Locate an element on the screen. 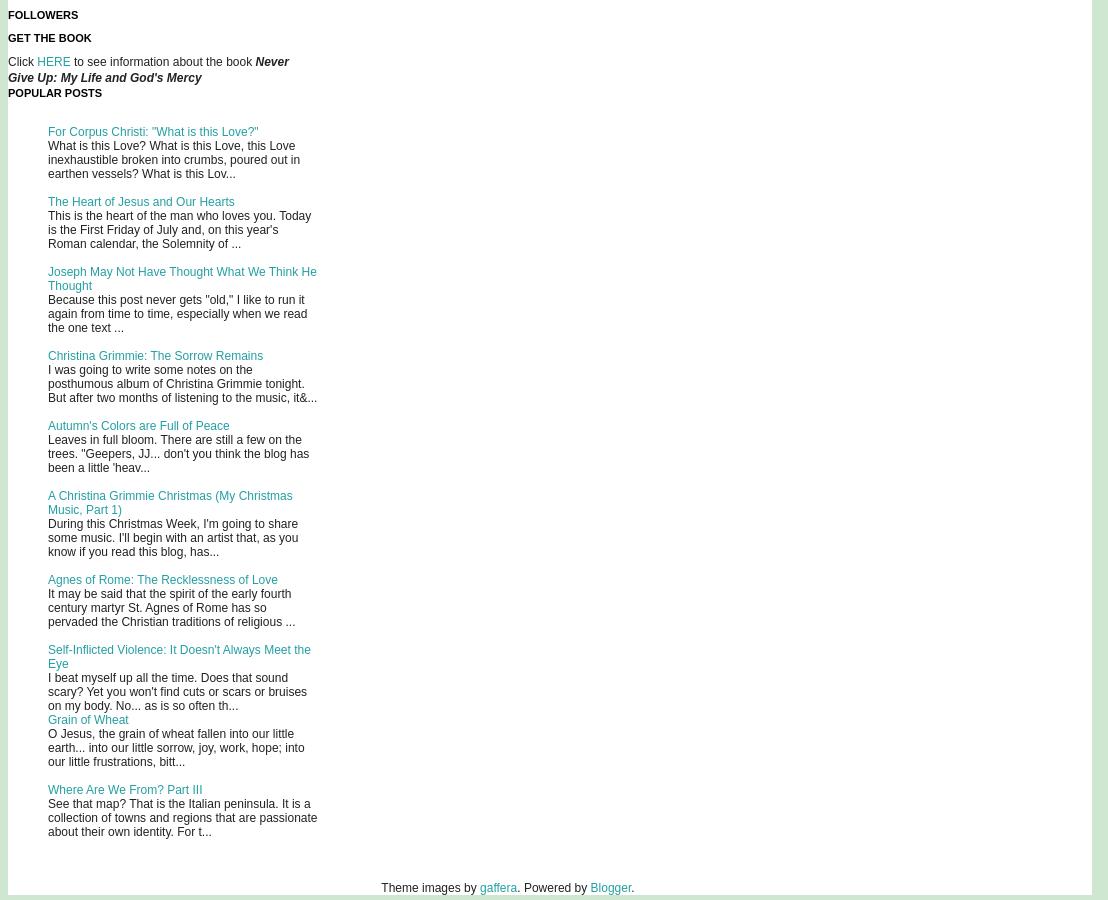 The height and width of the screenshot is (900, 1108). 'Grain of Wheat' is located at coordinates (86, 719).